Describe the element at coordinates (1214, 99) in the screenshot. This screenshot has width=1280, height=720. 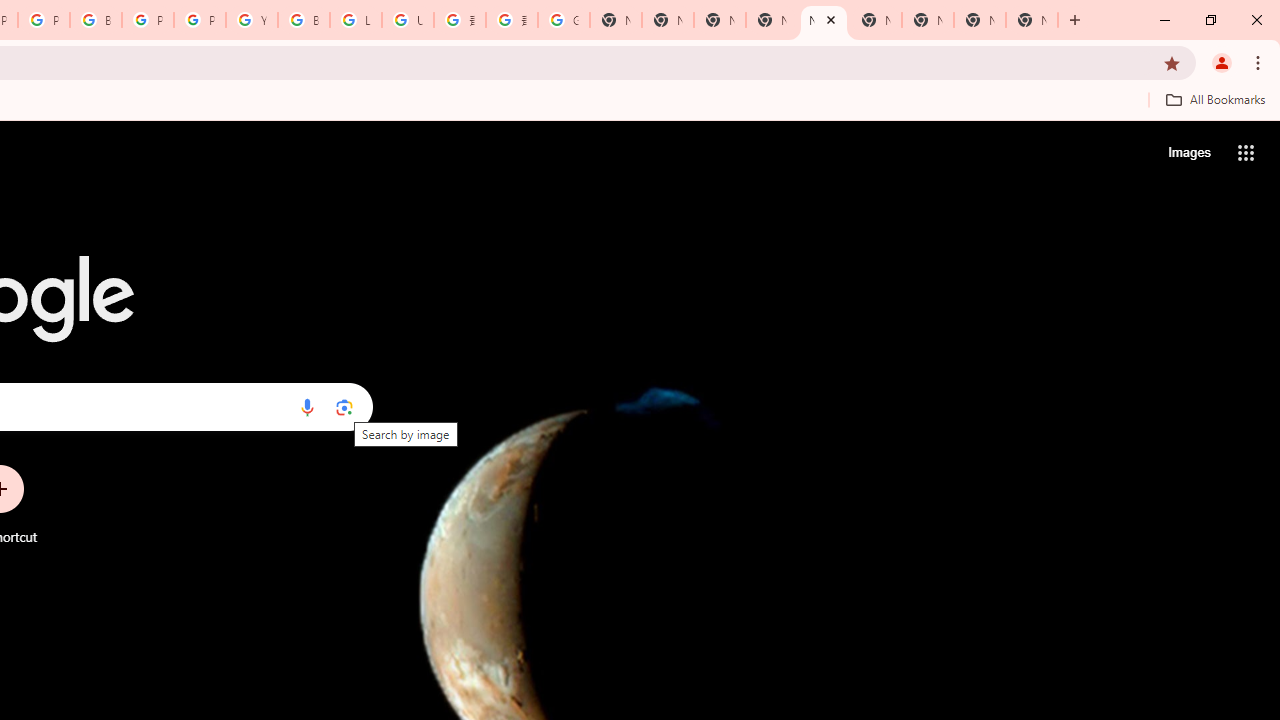
I see `'All Bookmarks'` at that location.